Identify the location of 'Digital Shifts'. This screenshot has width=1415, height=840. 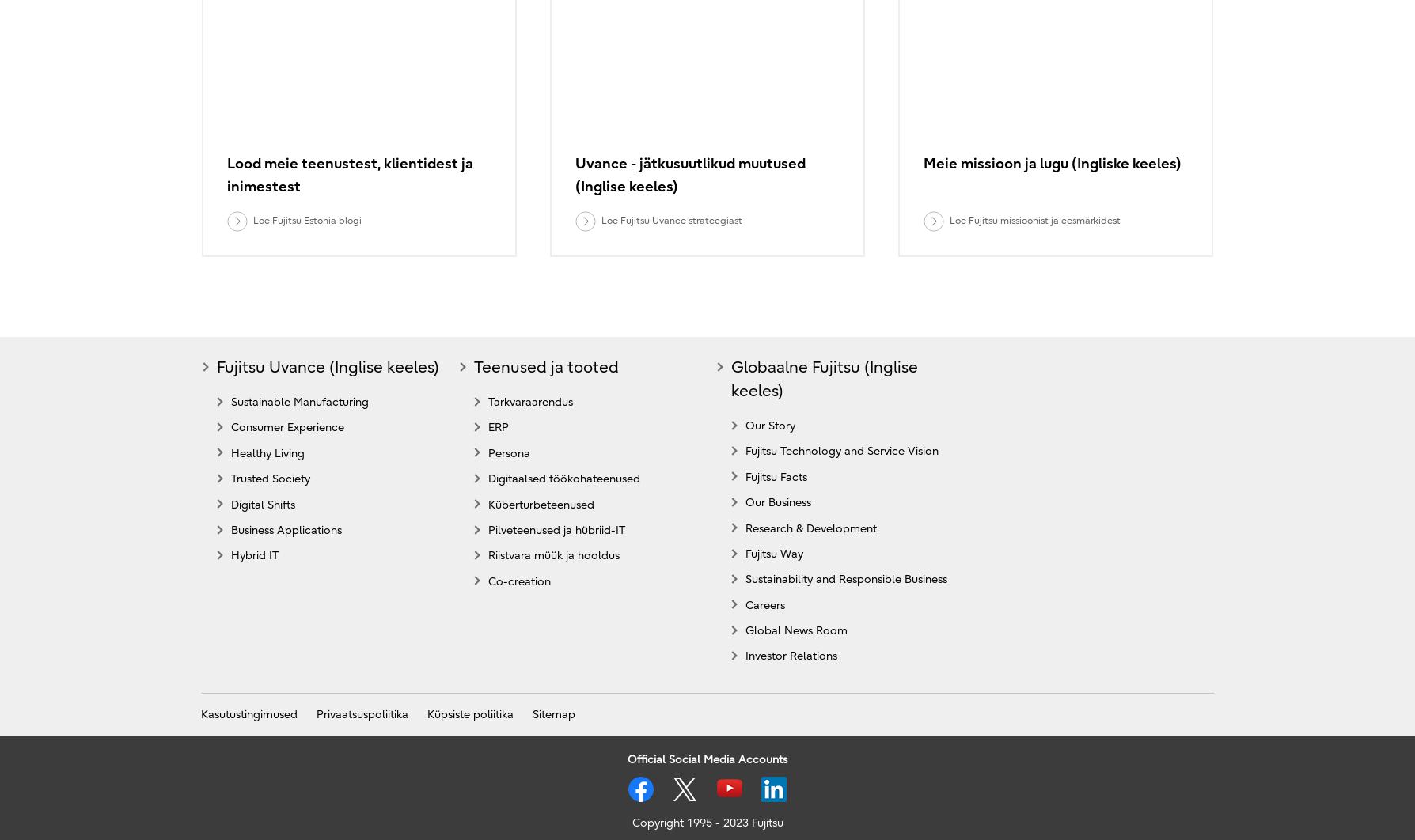
(262, 504).